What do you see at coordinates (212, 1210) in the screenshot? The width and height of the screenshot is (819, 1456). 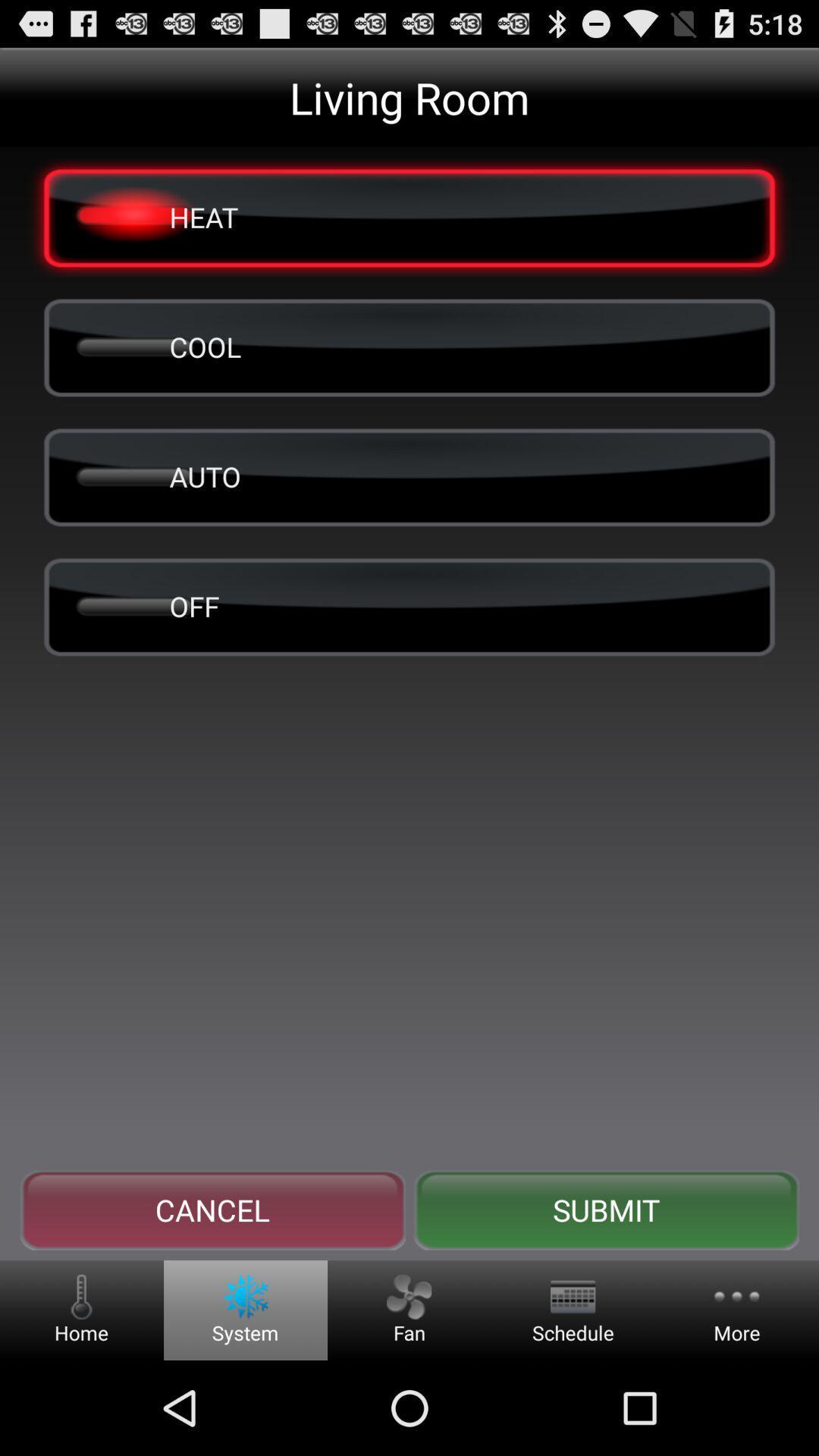 I see `cancel icon` at bounding box center [212, 1210].